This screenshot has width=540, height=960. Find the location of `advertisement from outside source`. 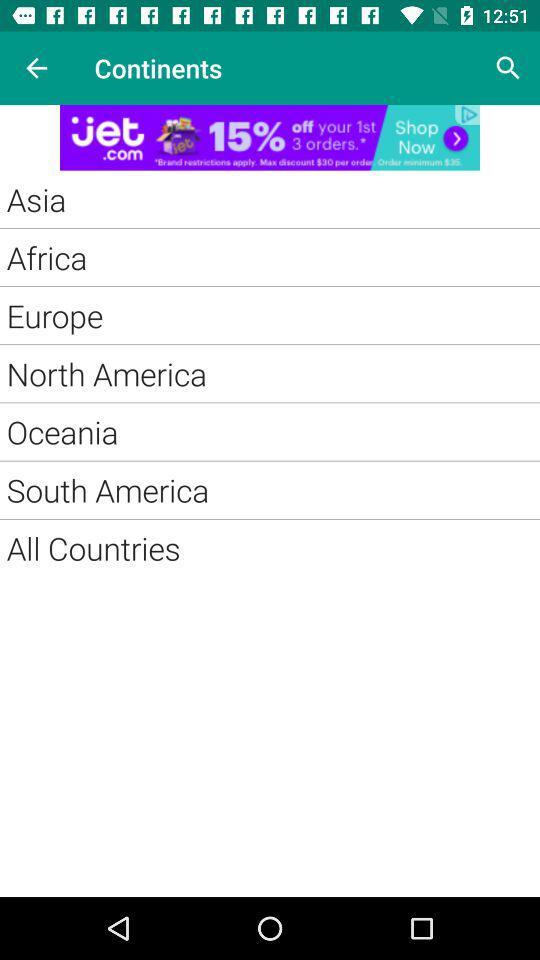

advertisement from outside source is located at coordinates (270, 136).